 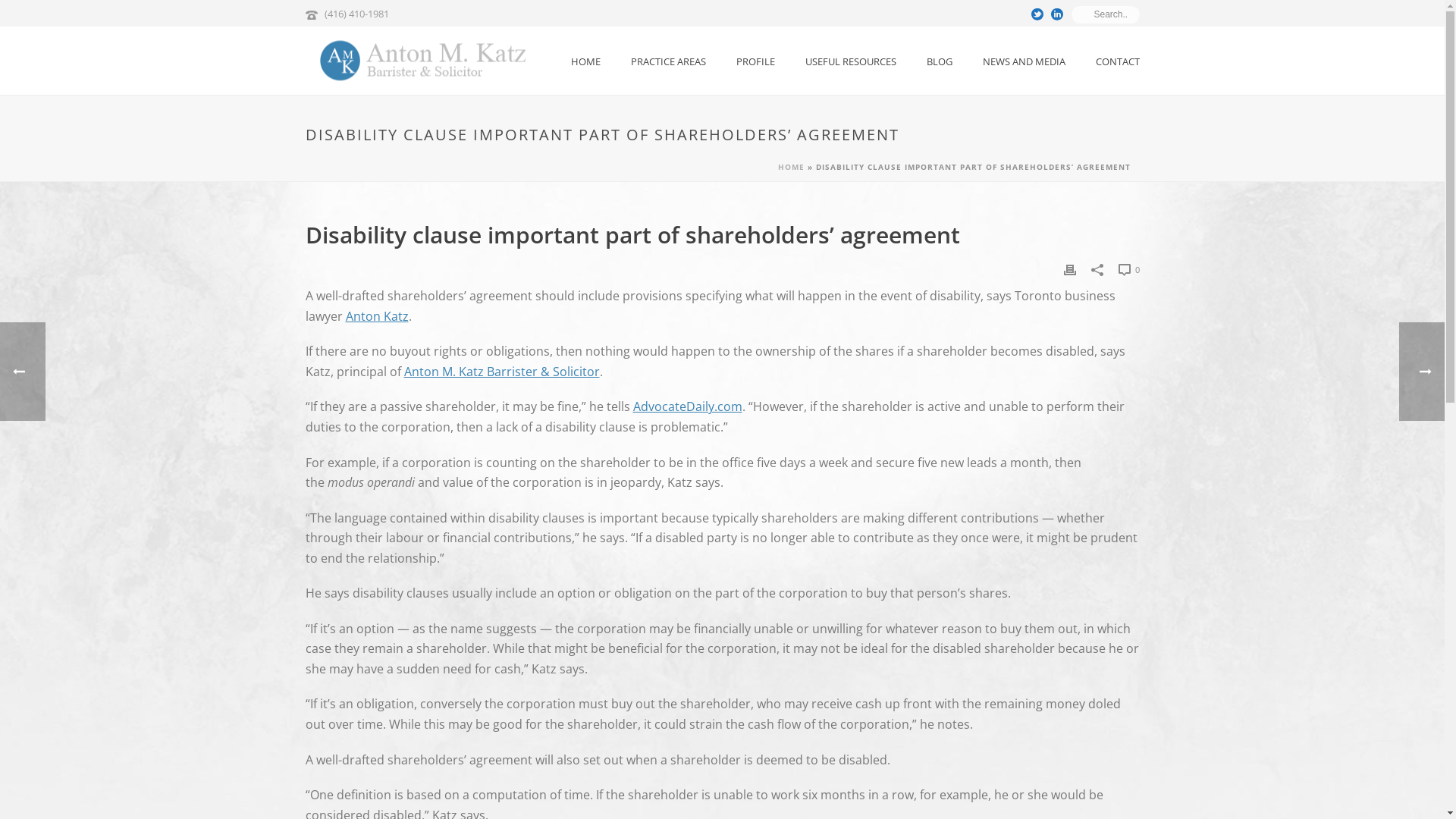 What do you see at coordinates (1024, 61) in the screenshot?
I see `'NEWS AND MEDIA'` at bounding box center [1024, 61].